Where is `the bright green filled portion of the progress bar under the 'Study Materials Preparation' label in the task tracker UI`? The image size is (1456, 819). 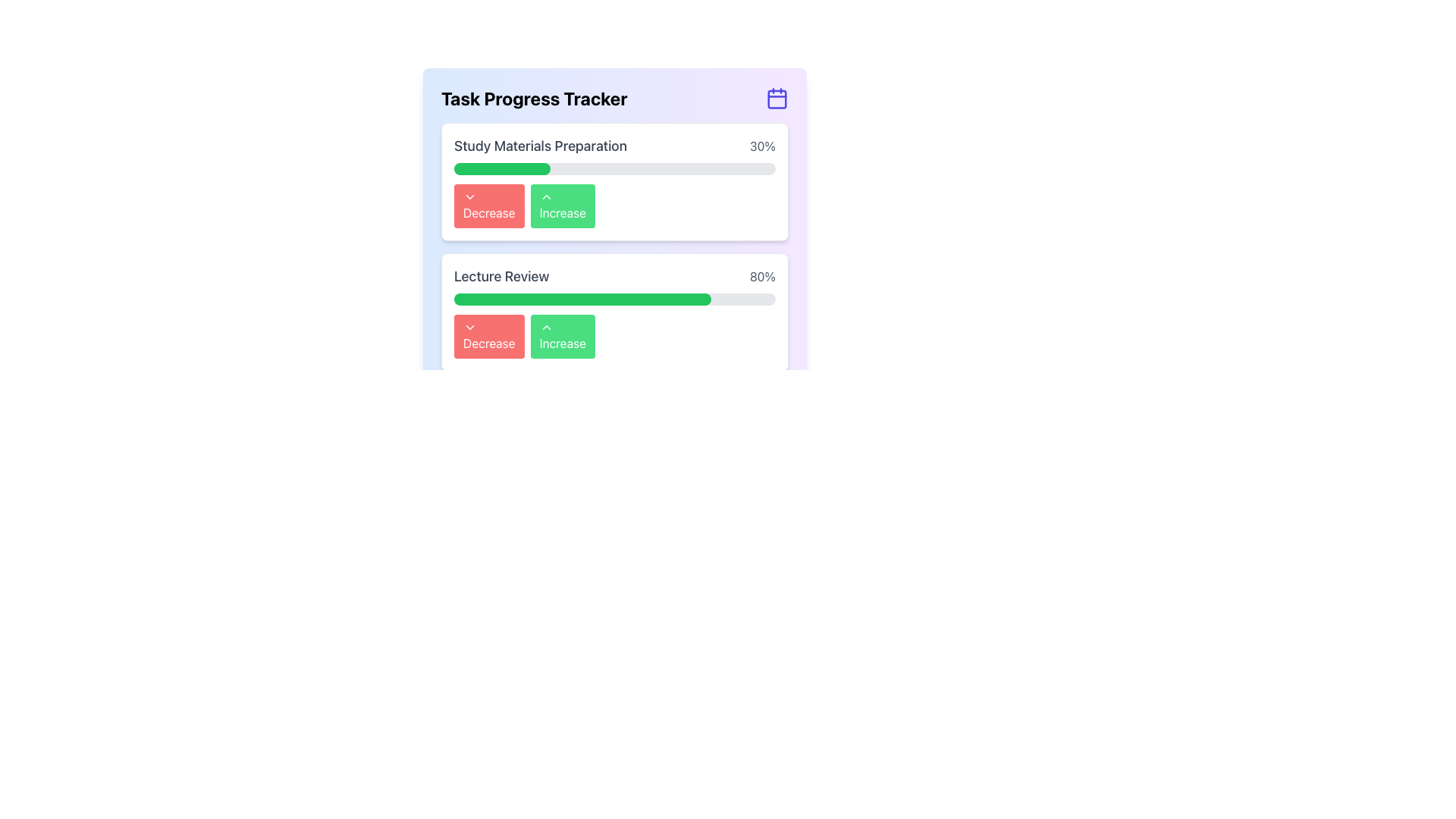
the bright green filled portion of the progress bar under the 'Study Materials Preparation' label in the task tracker UI is located at coordinates (502, 169).